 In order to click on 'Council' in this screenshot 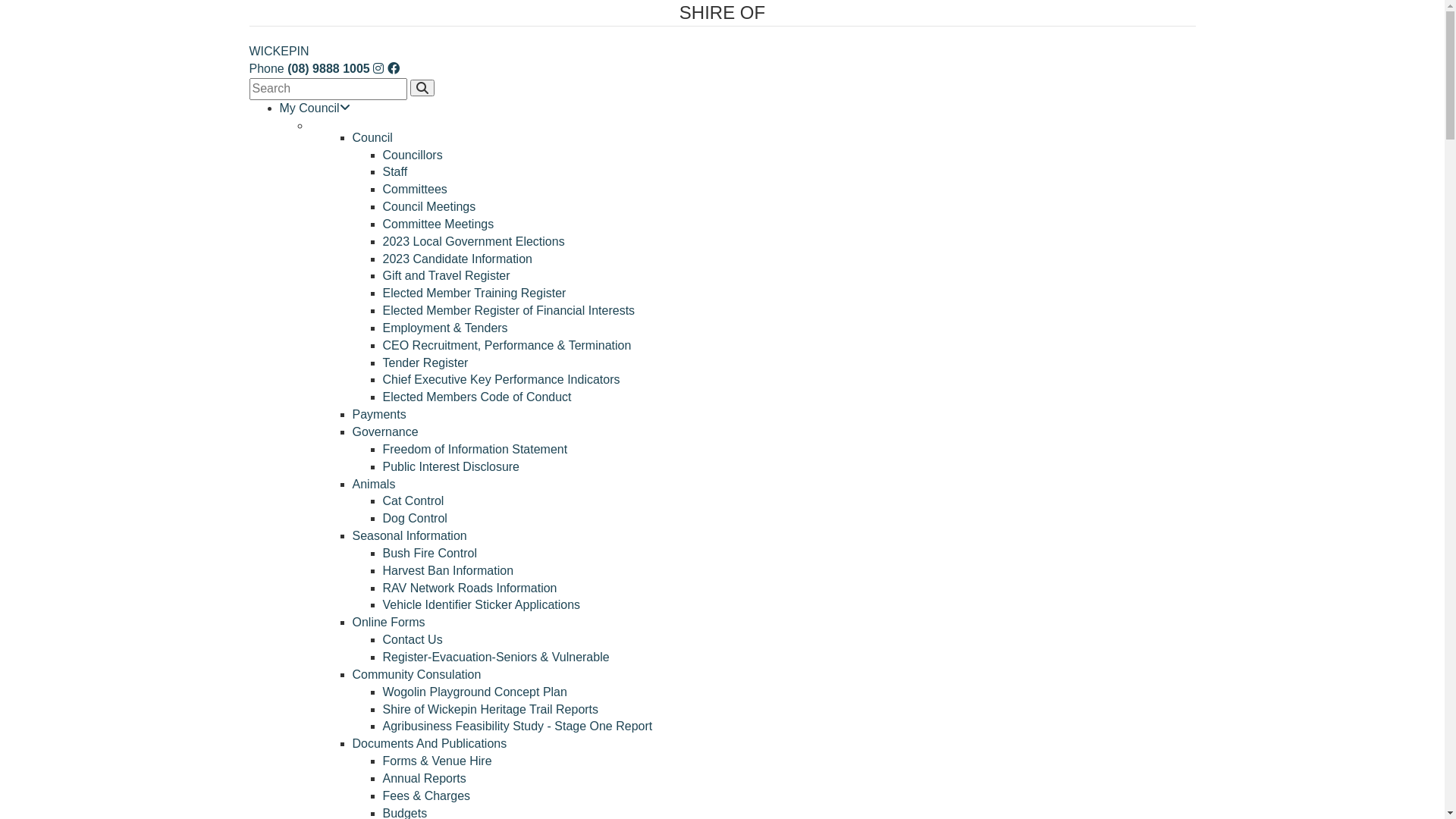, I will do `click(351, 137)`.